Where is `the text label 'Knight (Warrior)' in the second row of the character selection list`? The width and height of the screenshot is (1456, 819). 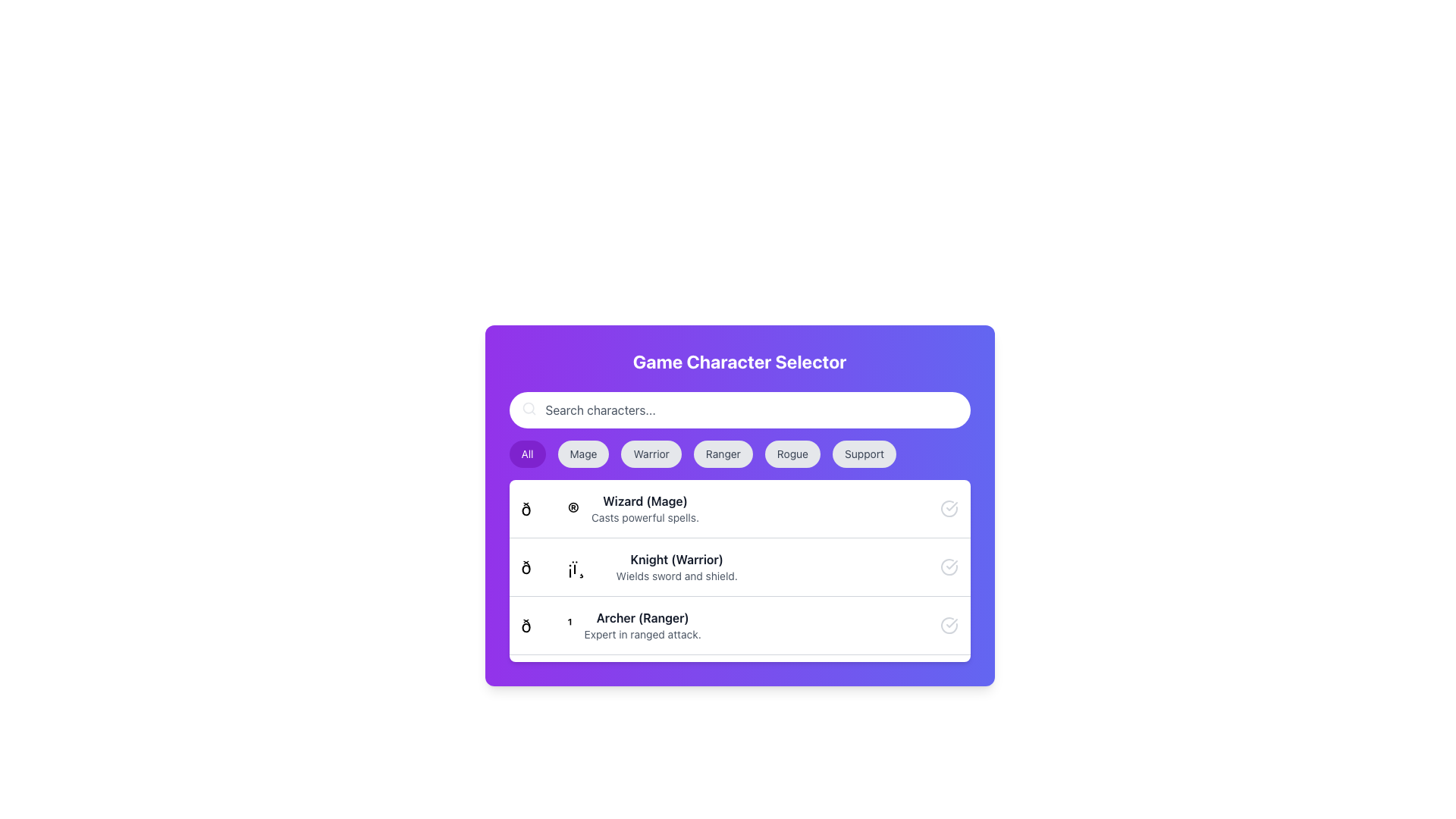
the text label 'Knight (Warrior)' in the second row of the character selection list is located at coordinates (676, 559).